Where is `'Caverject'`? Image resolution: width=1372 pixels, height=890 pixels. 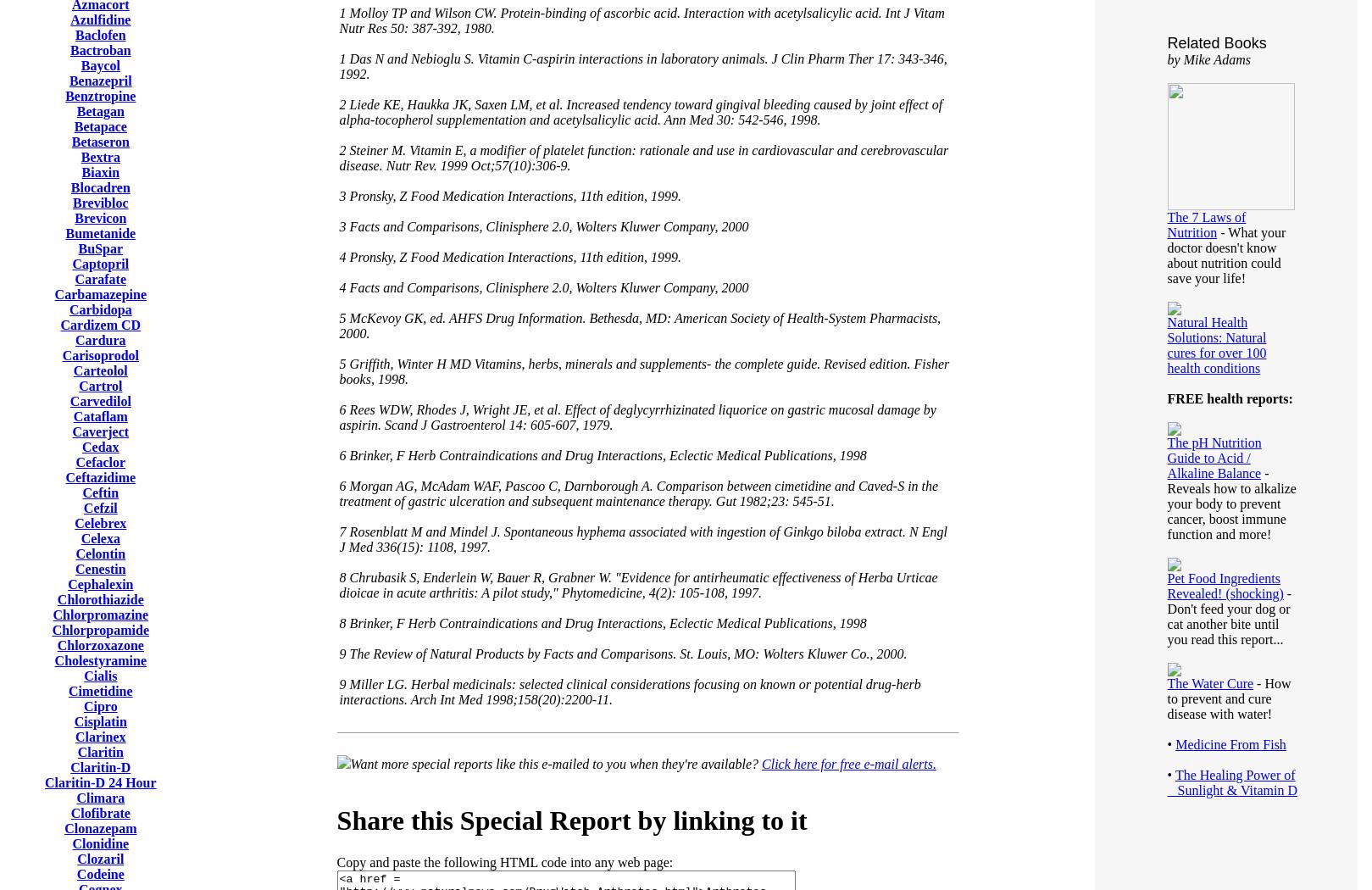 'Caverject' is located at coordinates (100, 431).